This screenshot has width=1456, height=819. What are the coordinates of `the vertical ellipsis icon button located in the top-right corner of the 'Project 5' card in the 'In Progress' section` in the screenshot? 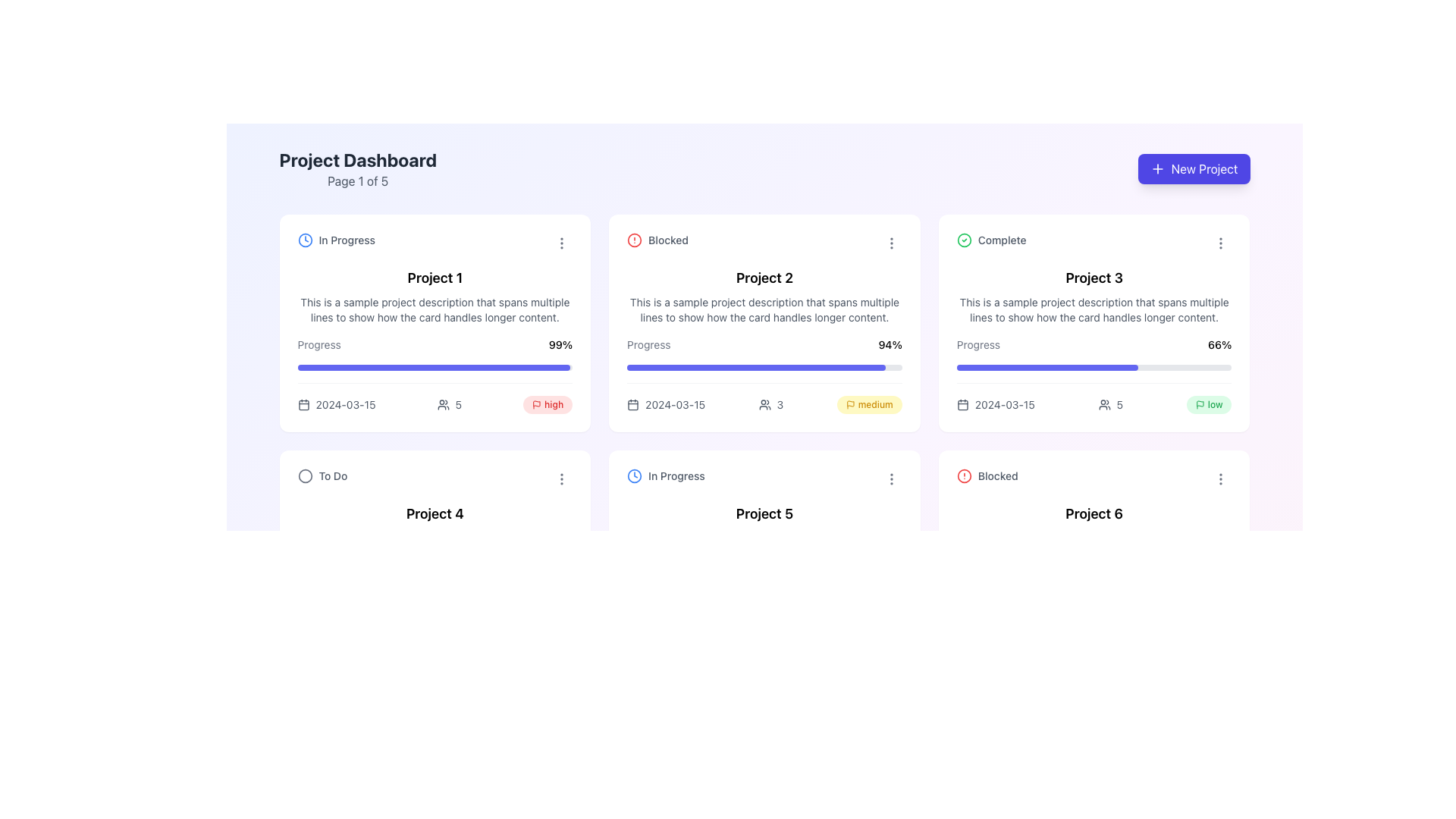 It's located at (891, 479).